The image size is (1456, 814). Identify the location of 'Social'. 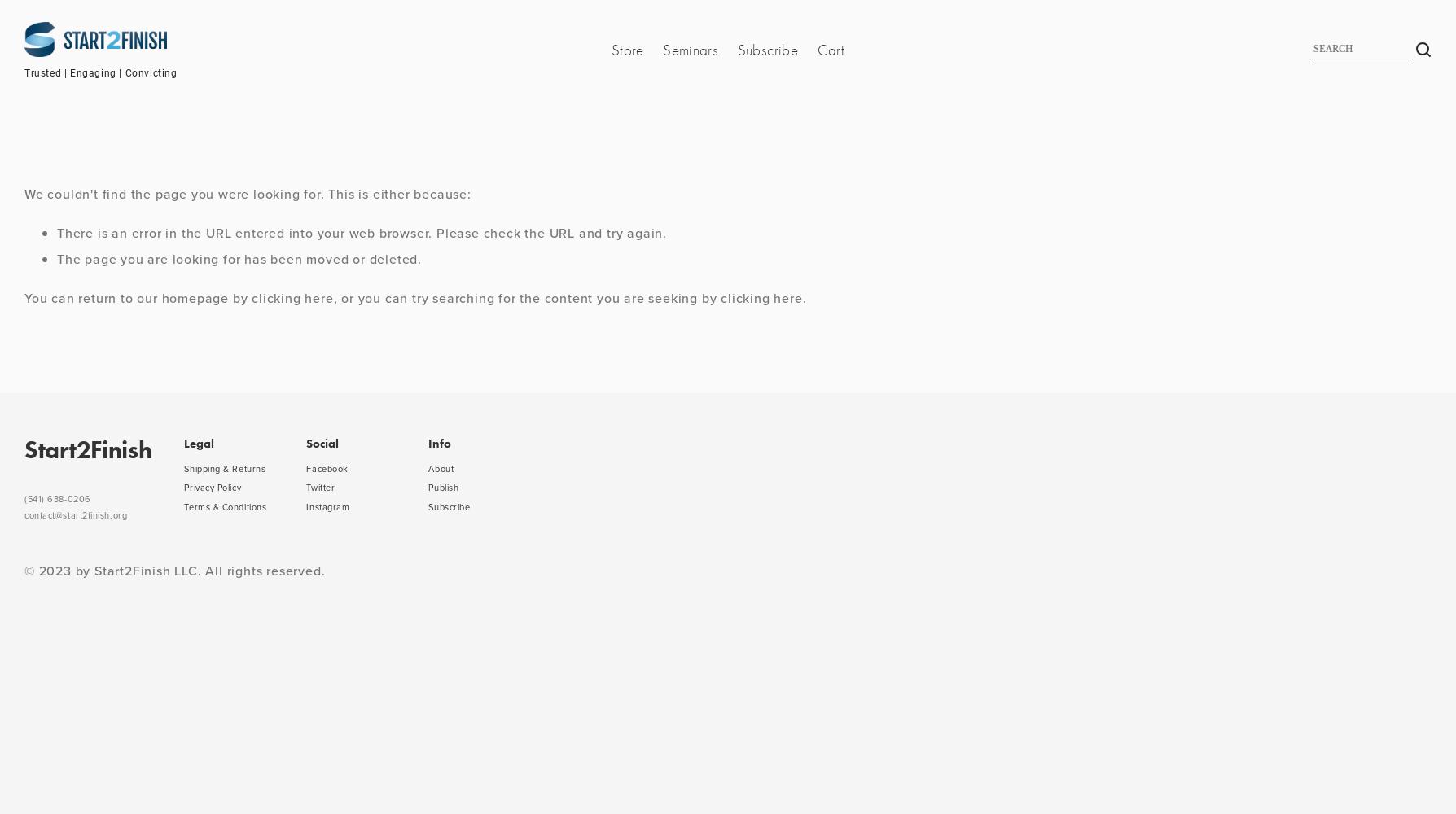
(322, 443).